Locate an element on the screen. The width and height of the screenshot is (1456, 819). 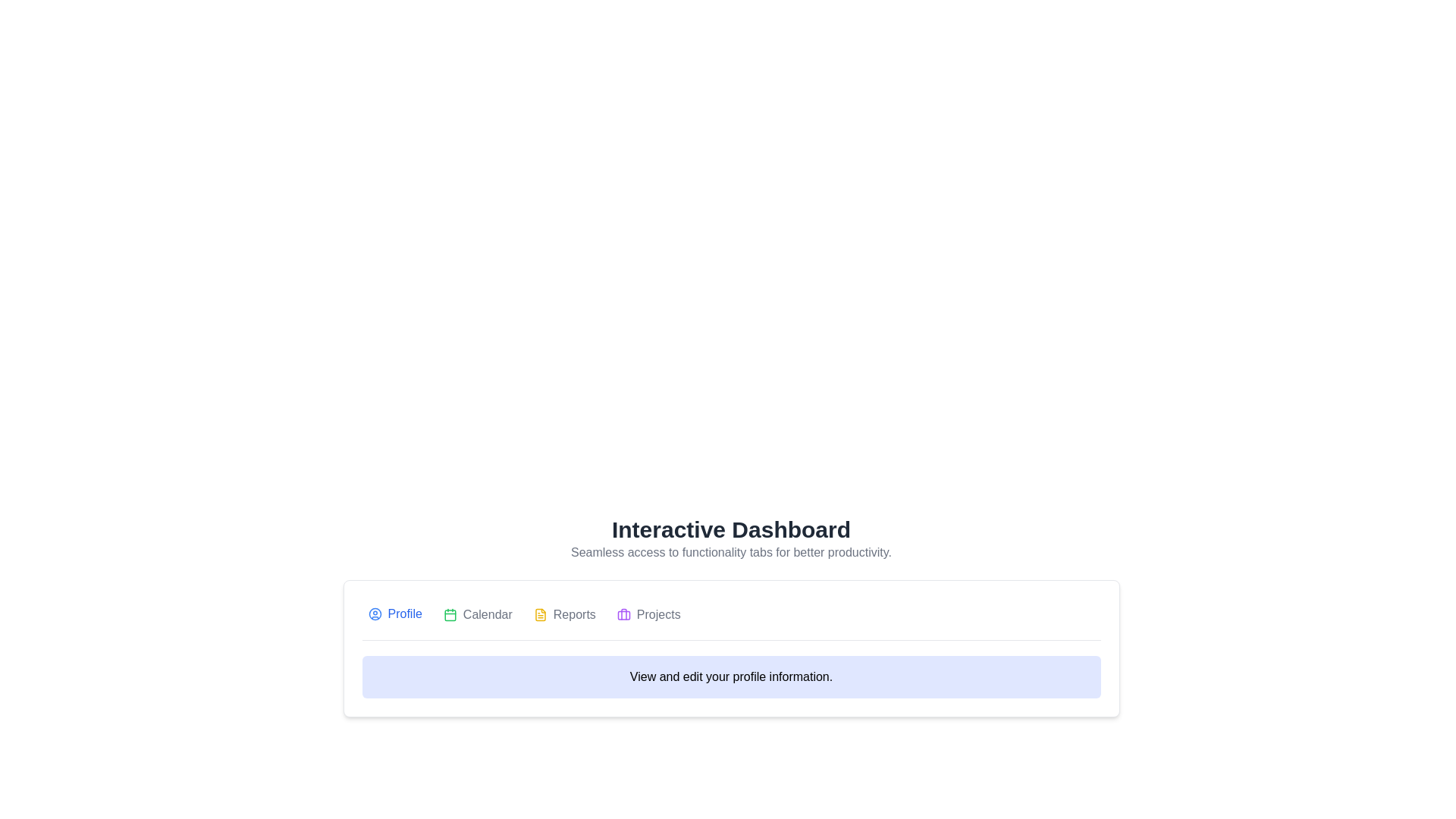
the text label displaying 'Projects', which is the fourth tab in a horizontal alignment of tabs, located near a briefcase icon is located at coordinates (658, 614).